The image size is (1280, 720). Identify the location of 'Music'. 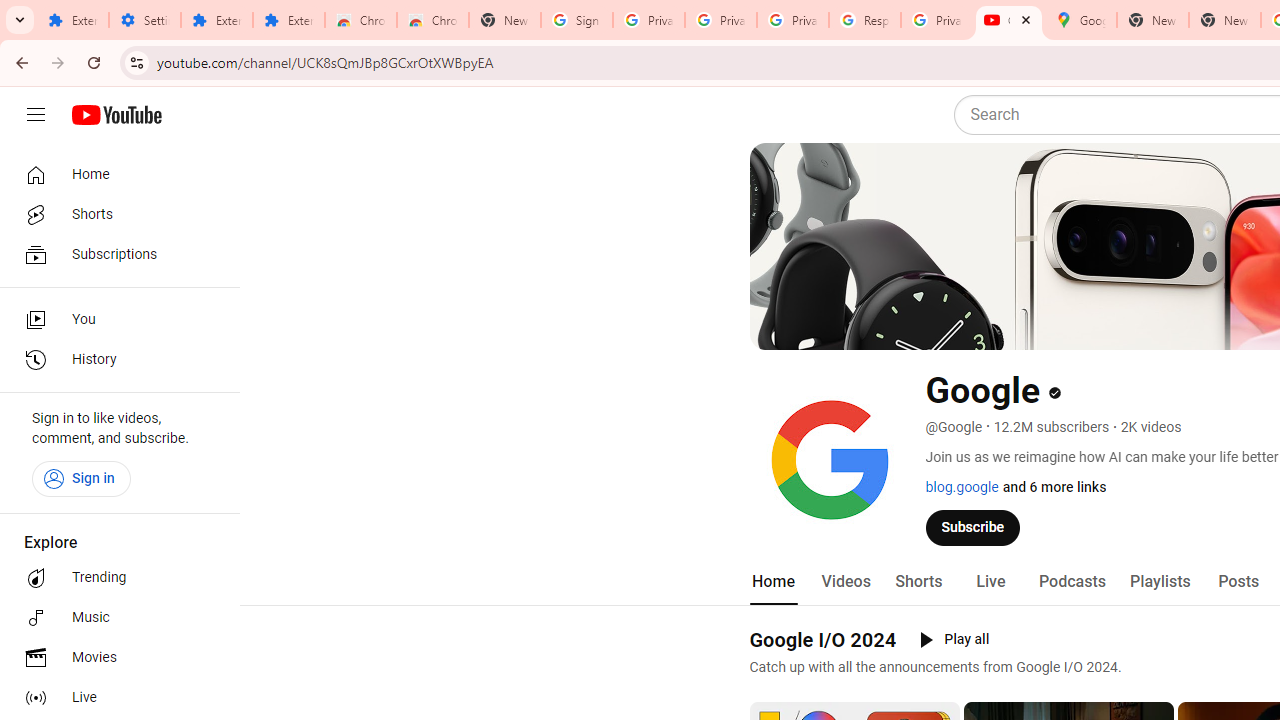
(112, 617).